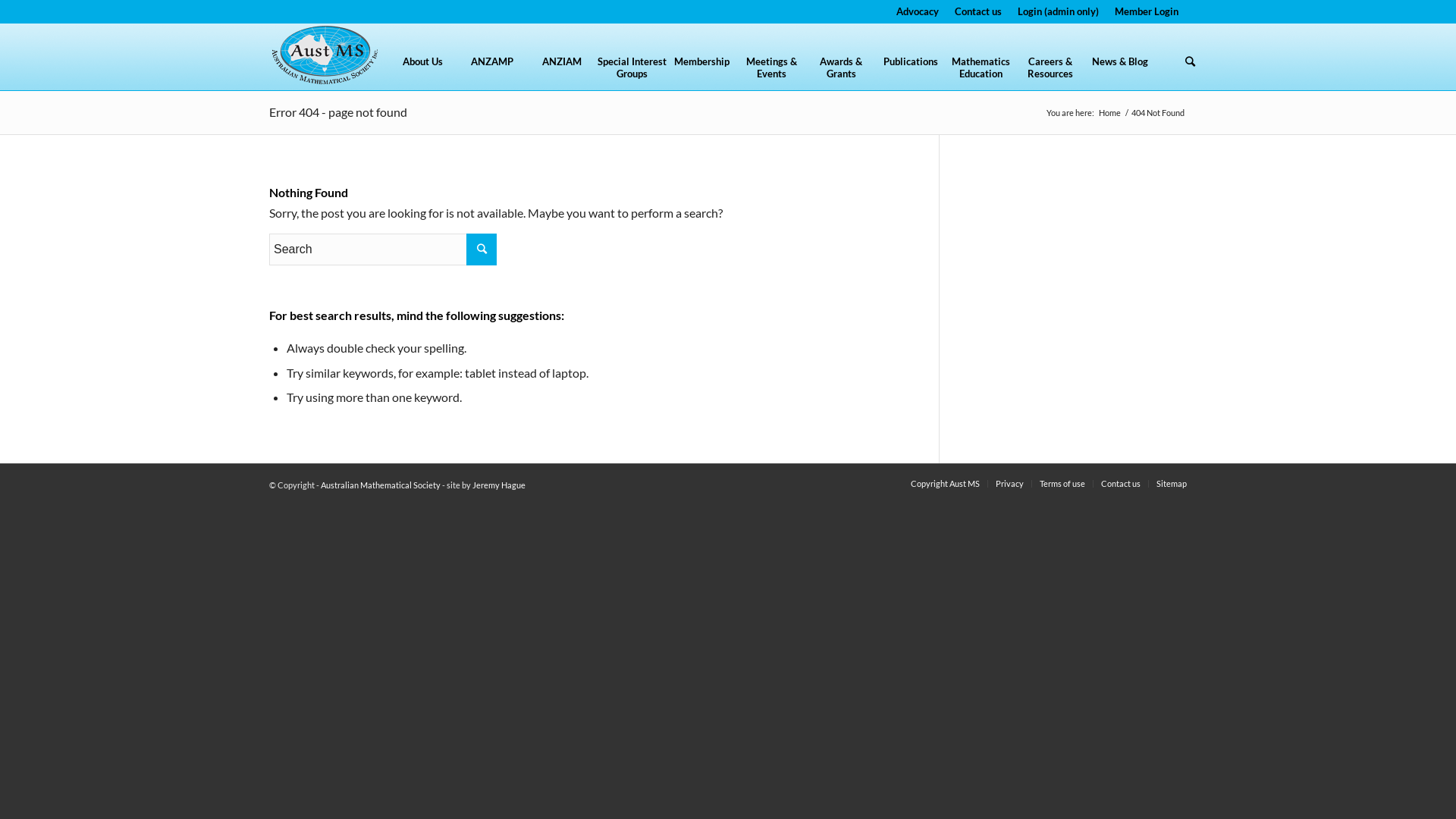  I want to click on 'Privacy', so click(1009, 483).